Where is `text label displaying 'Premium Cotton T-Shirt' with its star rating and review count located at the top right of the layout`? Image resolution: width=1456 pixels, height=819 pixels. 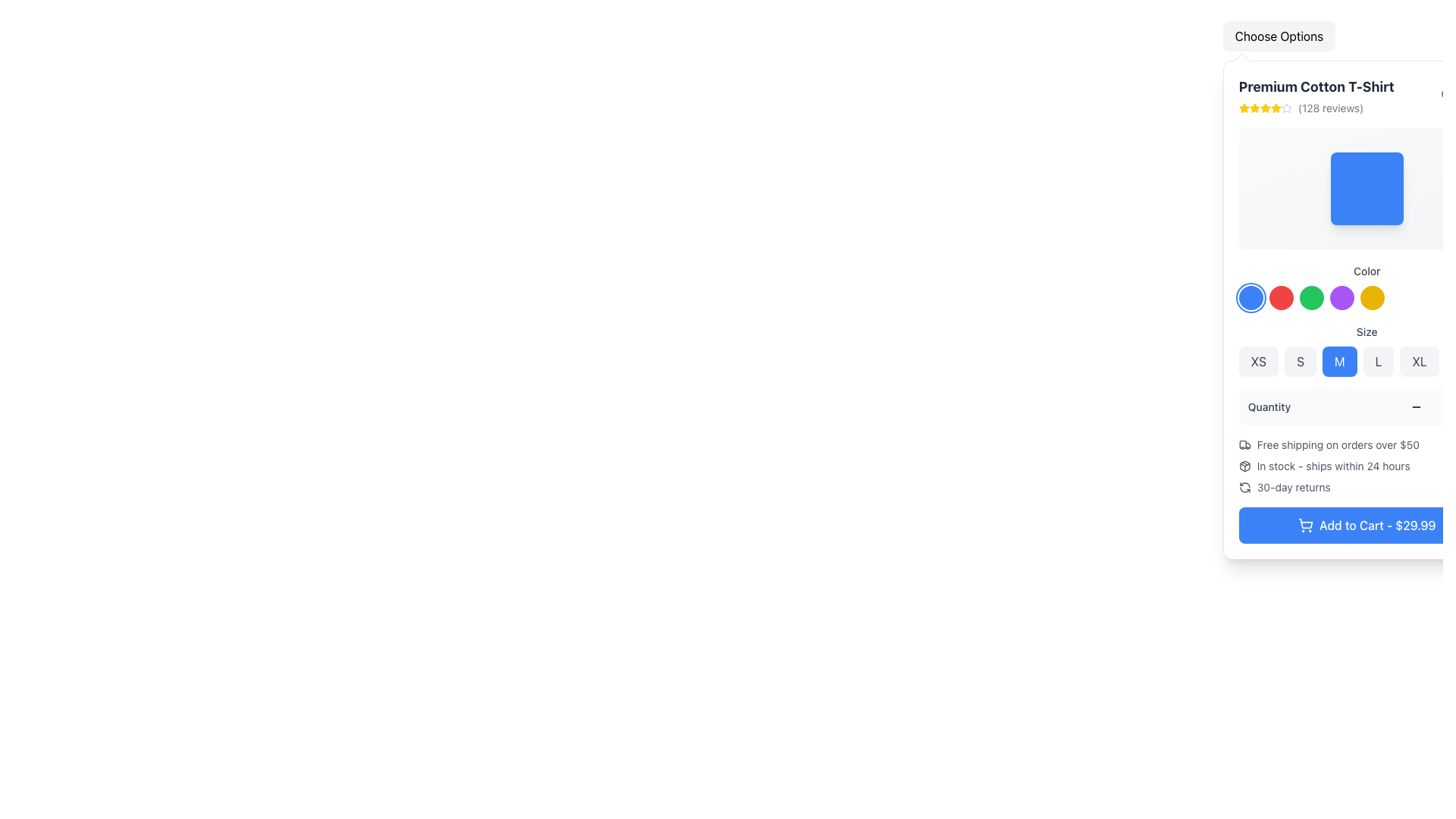
text label displaying 'Premium Cotton T-Shirt' with its star rating and review count located at the top right of the layout is located at coordinates (1316, 96).